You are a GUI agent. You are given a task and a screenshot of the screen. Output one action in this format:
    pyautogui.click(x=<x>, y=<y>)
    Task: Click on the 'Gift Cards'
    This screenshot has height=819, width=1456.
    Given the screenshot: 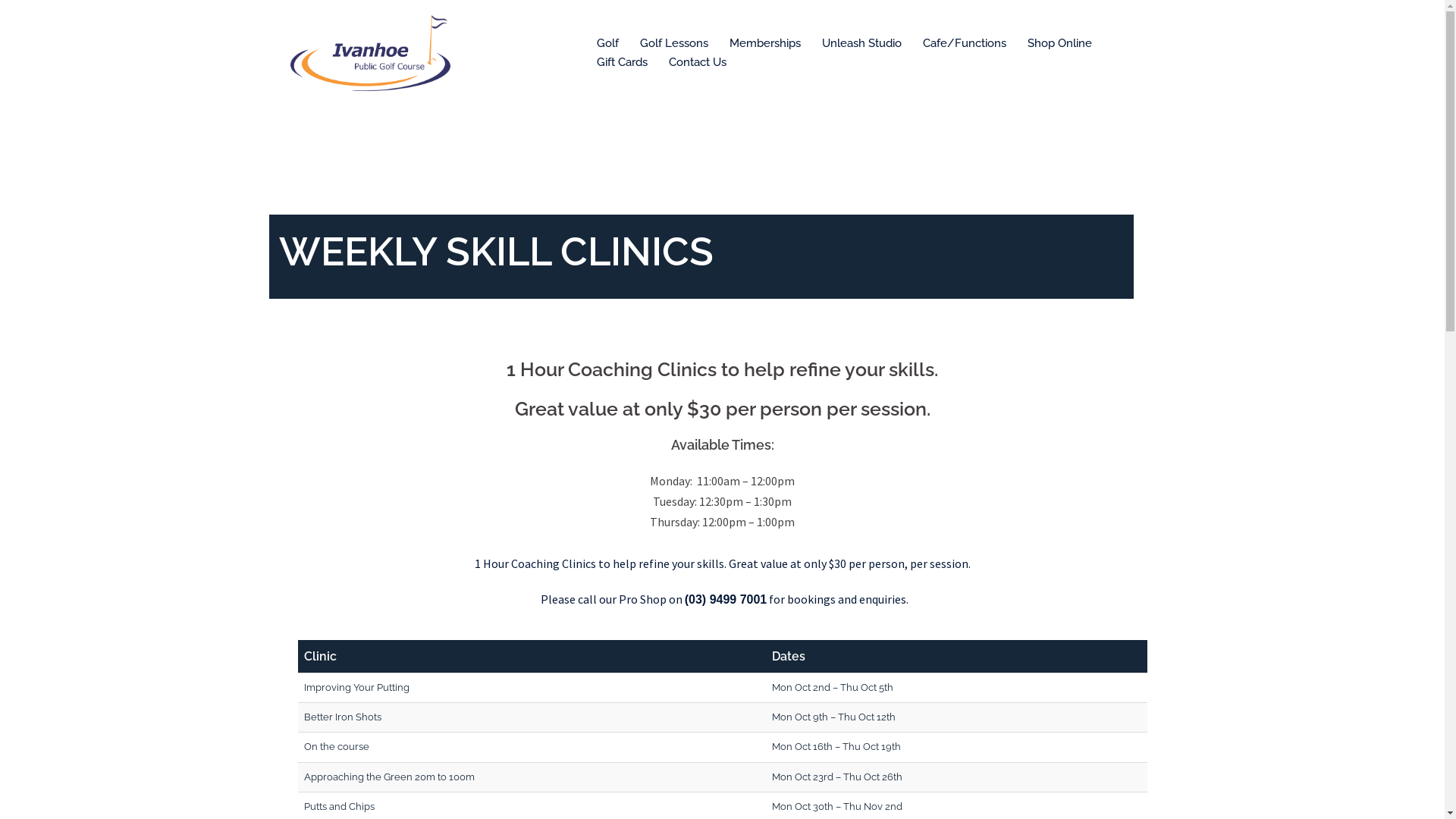 What is the action you would take?
    pyautogui.click(x=621, y=62)
    